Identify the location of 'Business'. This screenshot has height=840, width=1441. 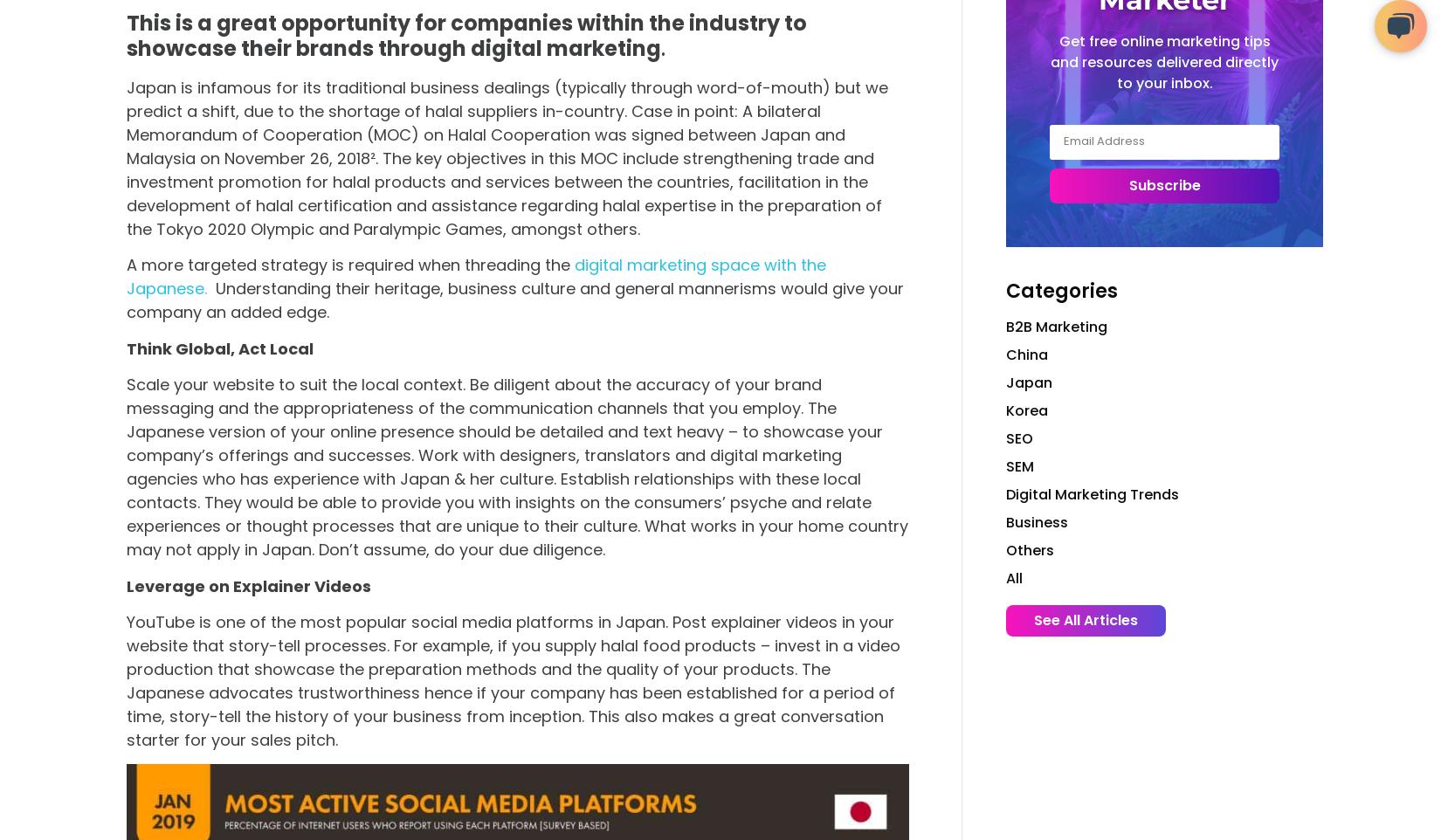
(1006, 520).